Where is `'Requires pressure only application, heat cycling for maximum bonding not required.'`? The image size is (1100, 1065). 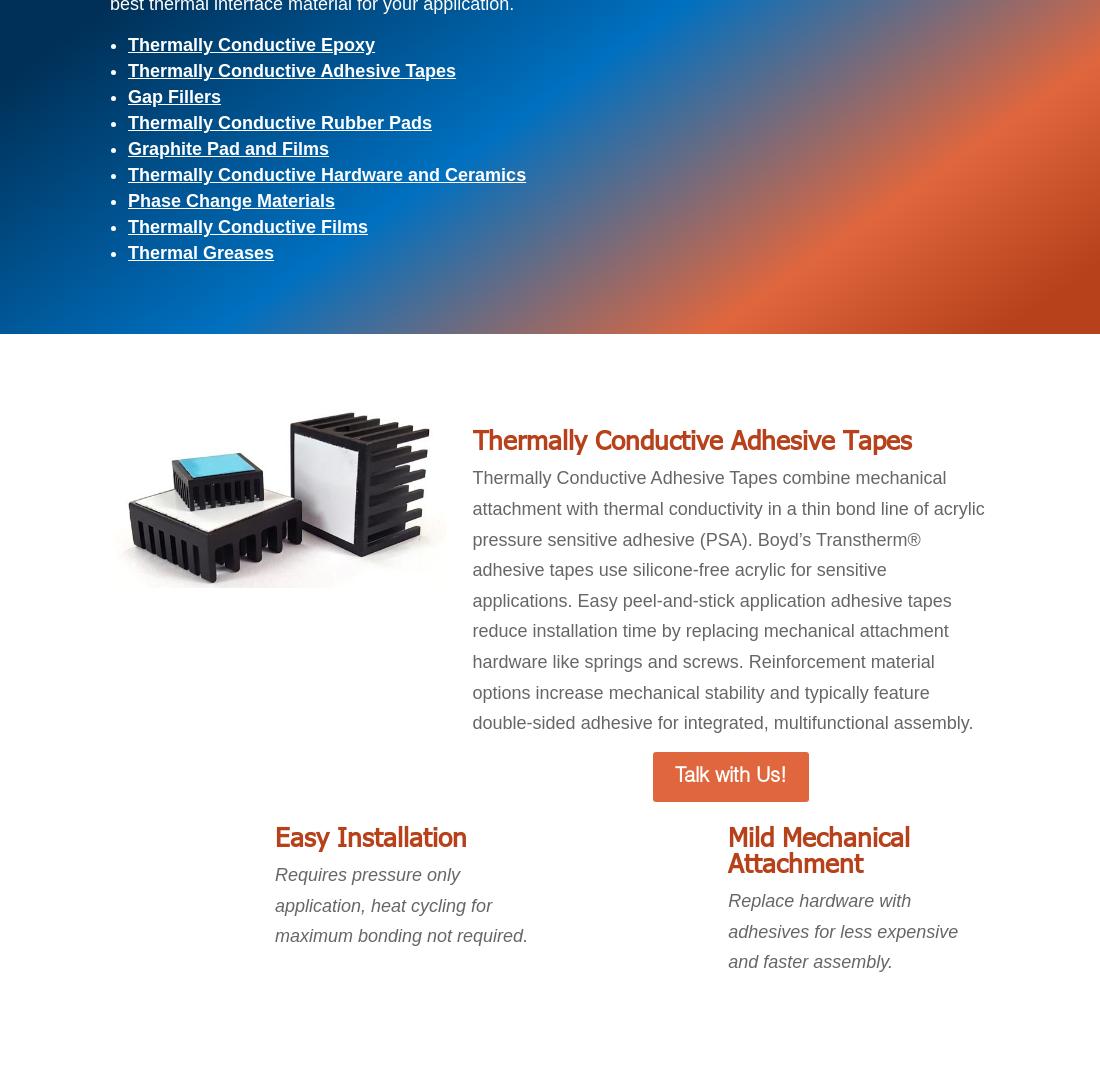 'Requires pressure only application, heat cycling for maximum bonding not required.' is located at coordinates (401, 905).